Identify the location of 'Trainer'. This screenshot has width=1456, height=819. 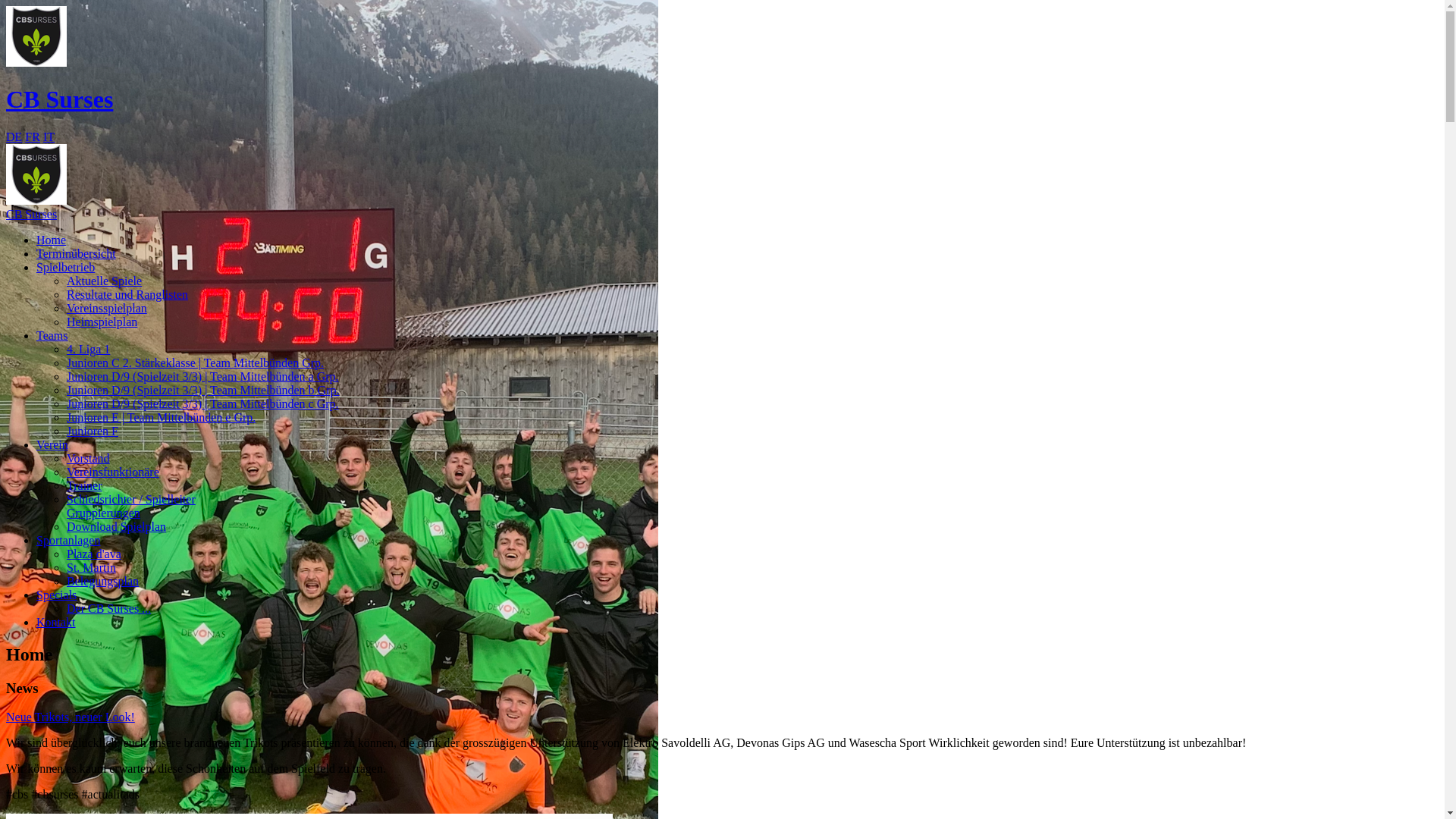
(83, 485).